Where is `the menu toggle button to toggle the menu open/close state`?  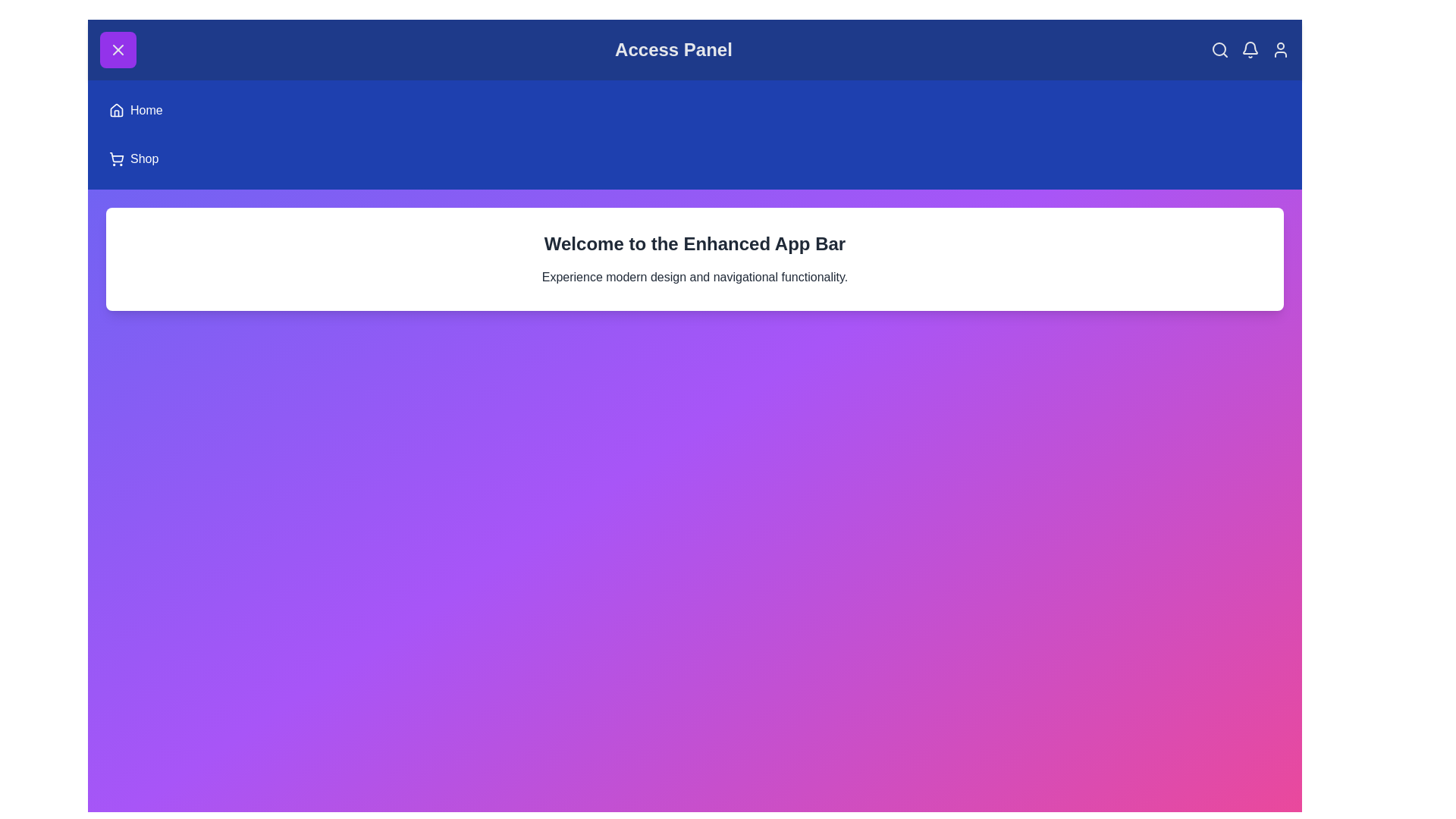 the menu toggle button to toggle the menu open/close state is located at coordinates (118, 49).